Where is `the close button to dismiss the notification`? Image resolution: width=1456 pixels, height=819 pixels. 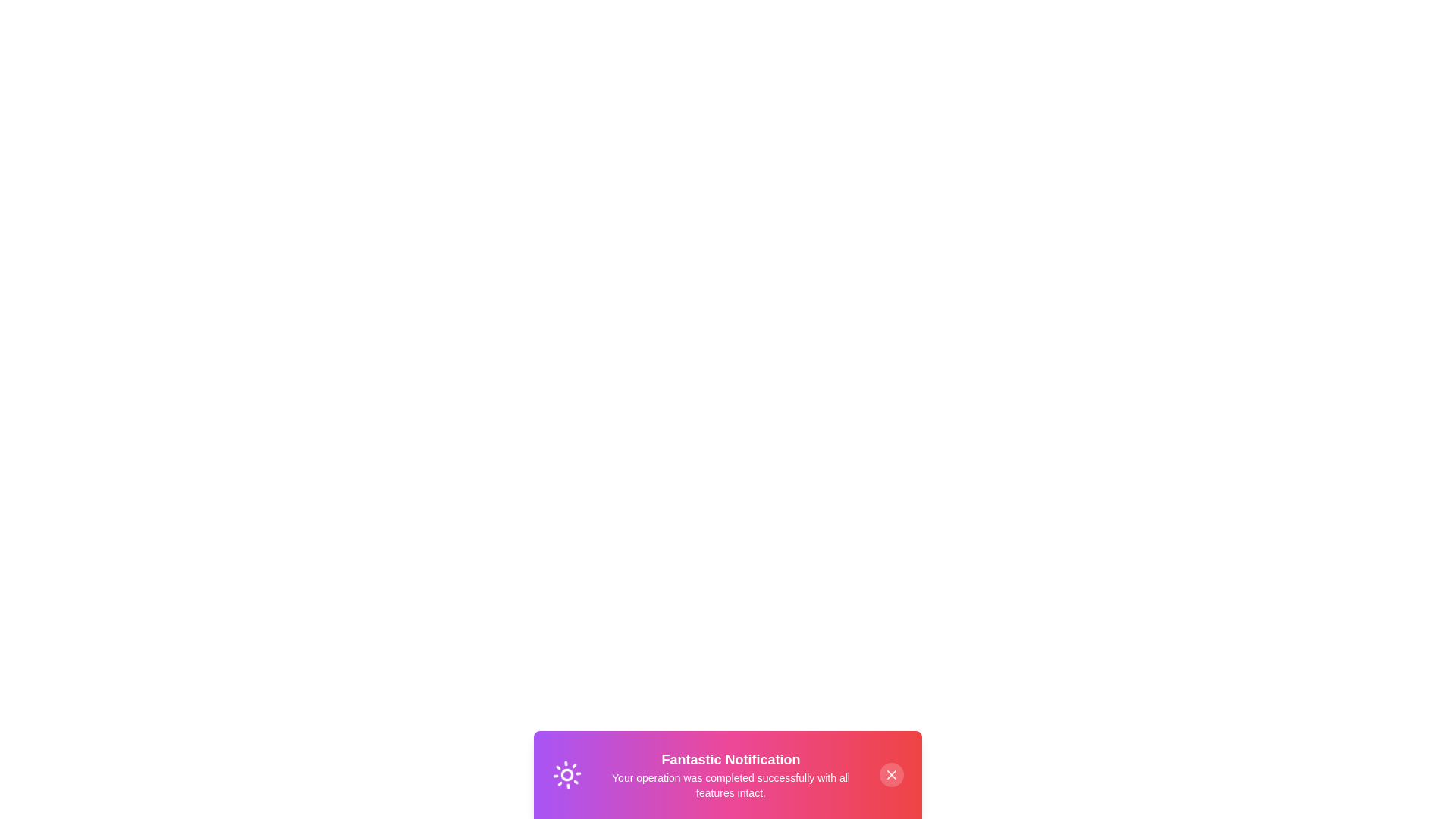 the close button to dismiss the notification is located at coordinates (892, 775).